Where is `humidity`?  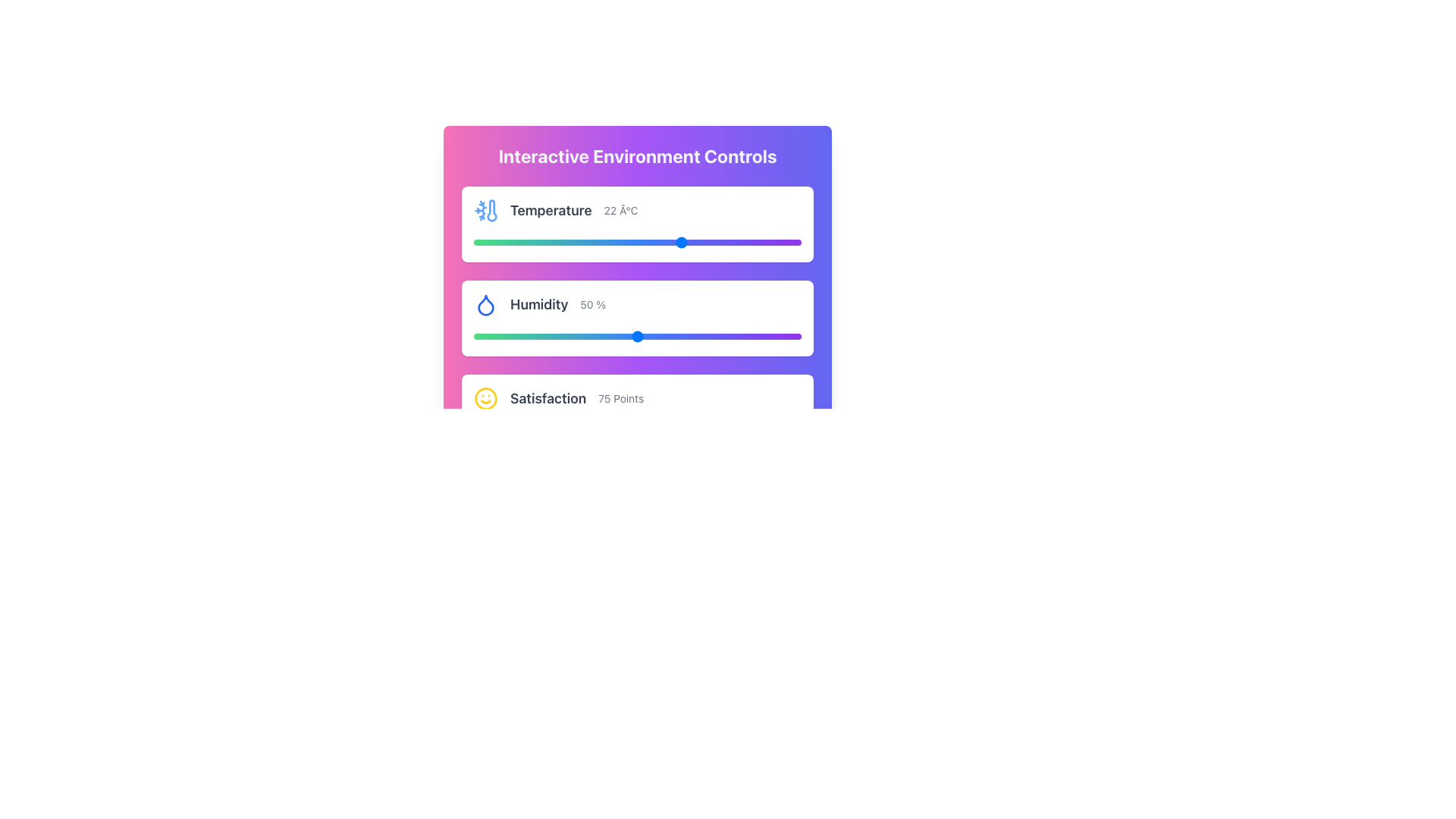
humidity is located at coordinates (571, 335).